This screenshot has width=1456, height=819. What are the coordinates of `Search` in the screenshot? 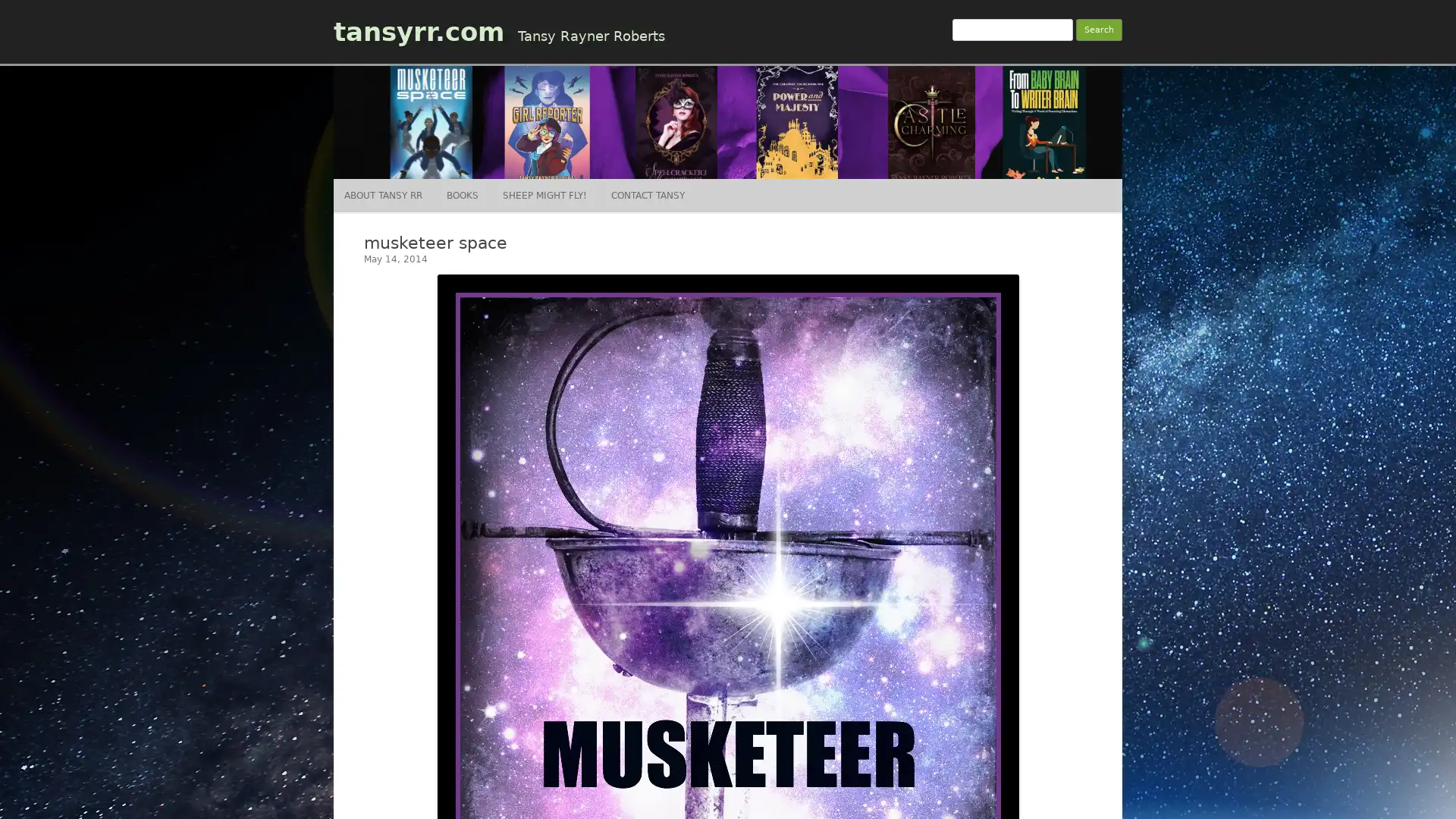 It's located at (1099, 30).